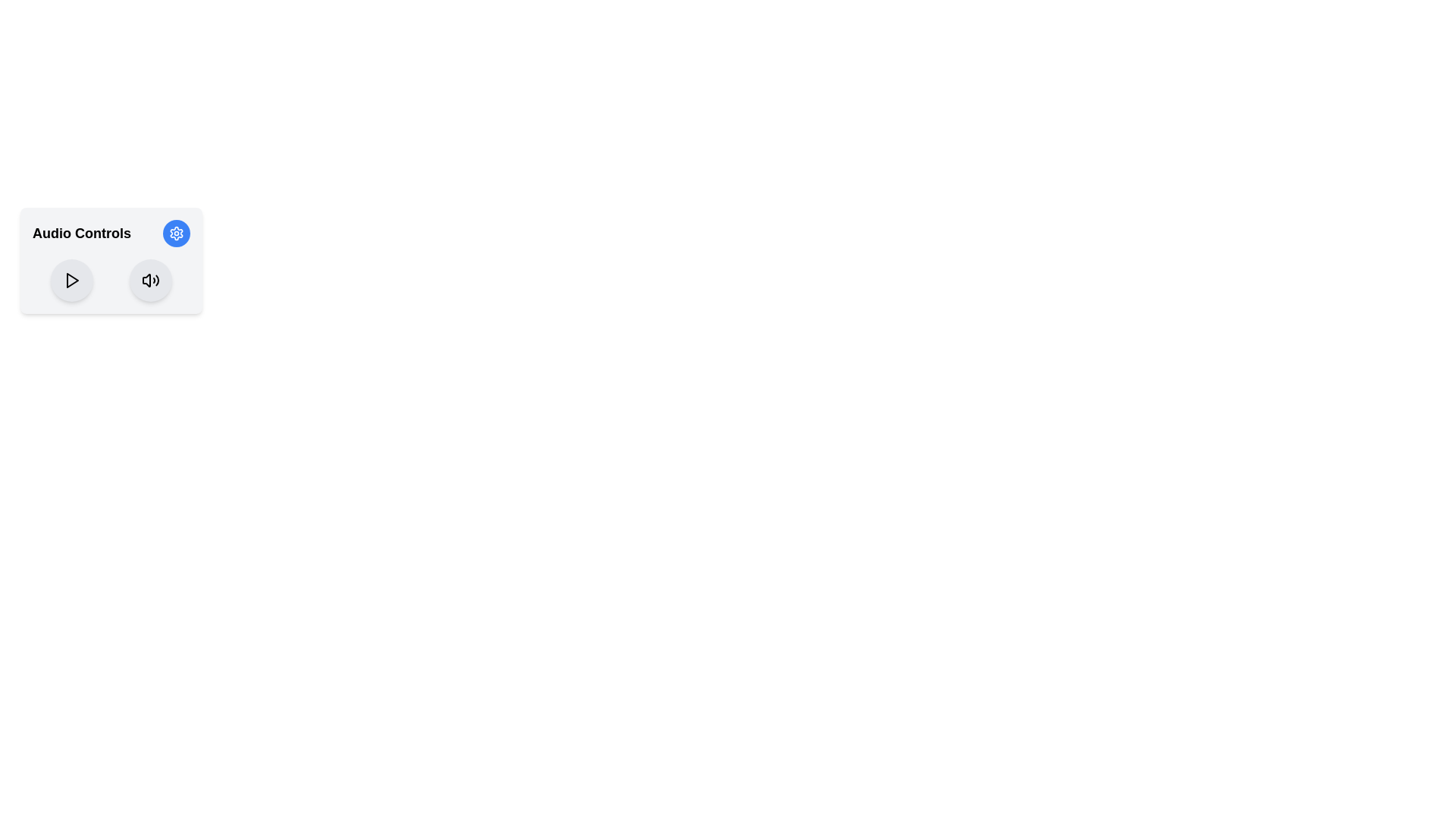  Describe the element at coordinates (177, 234) in the screenshot. I see `the settings icon button located at the top-right corner of the 'Audio Controls' section` at that location.